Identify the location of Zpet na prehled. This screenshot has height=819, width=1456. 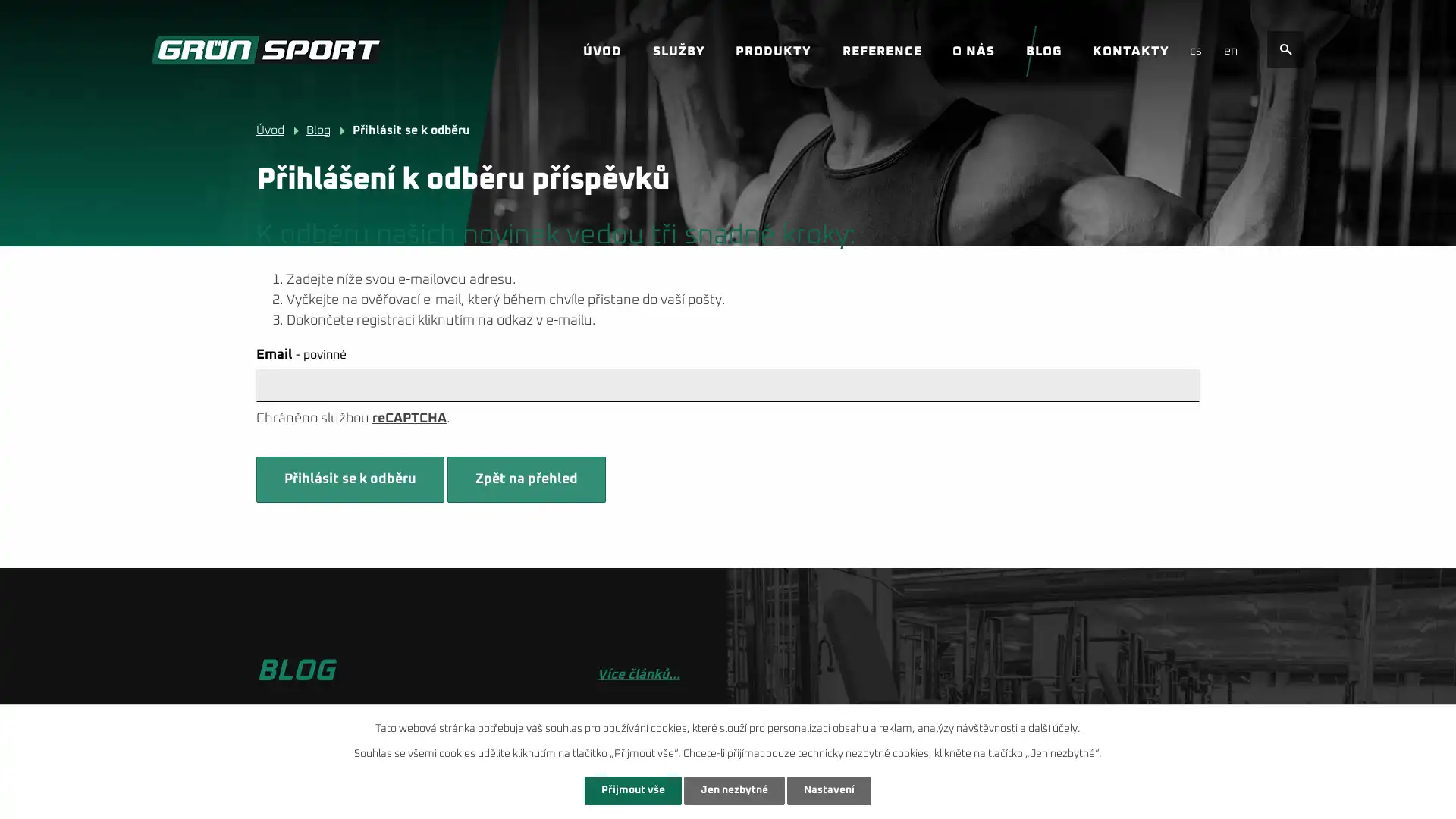
(526, 479).